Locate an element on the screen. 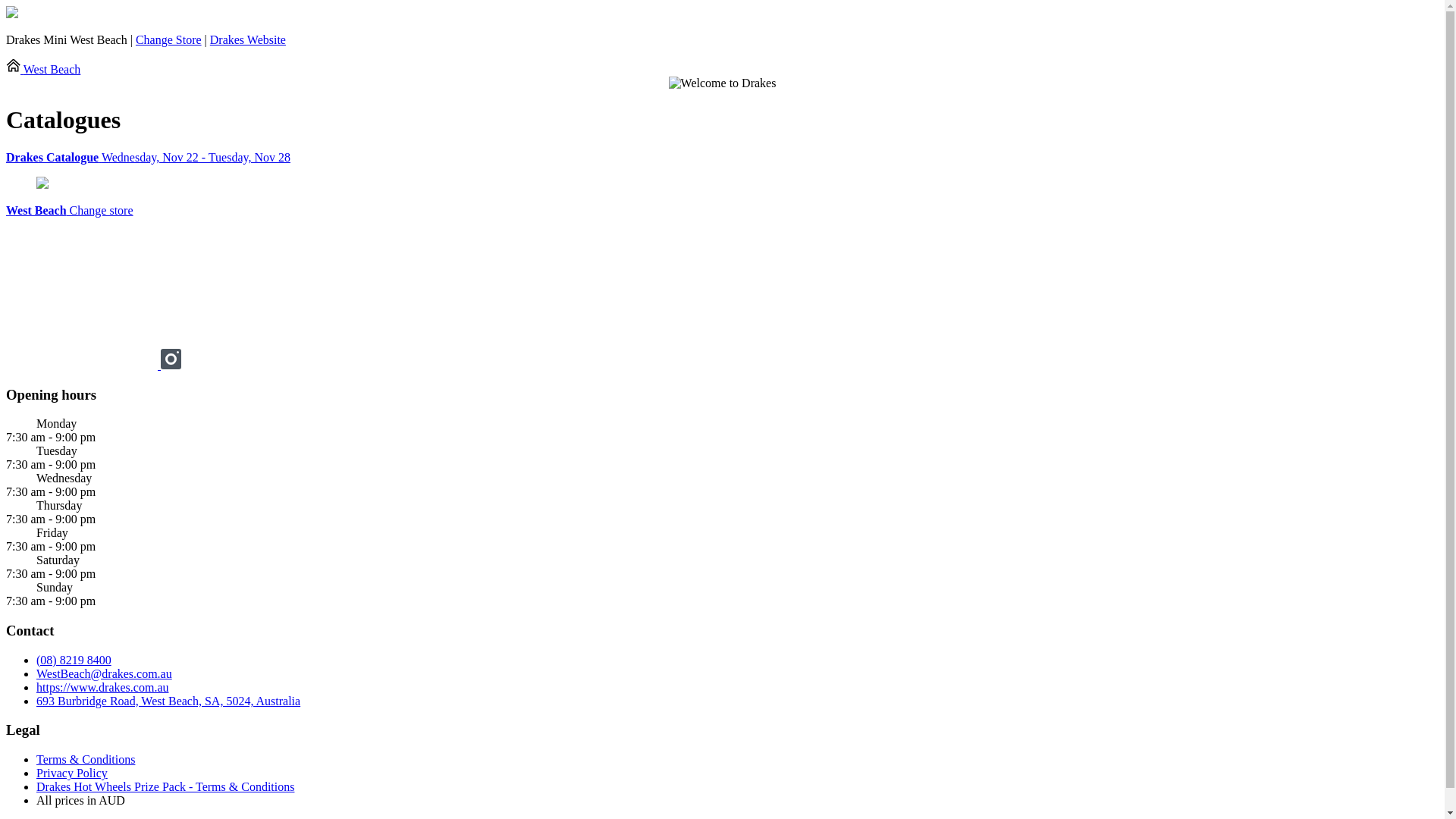 Image resolution: width=1456 pixels, height=819 pixels. 'https://www.drakes.com.au' is located at coordinates (101, 687).